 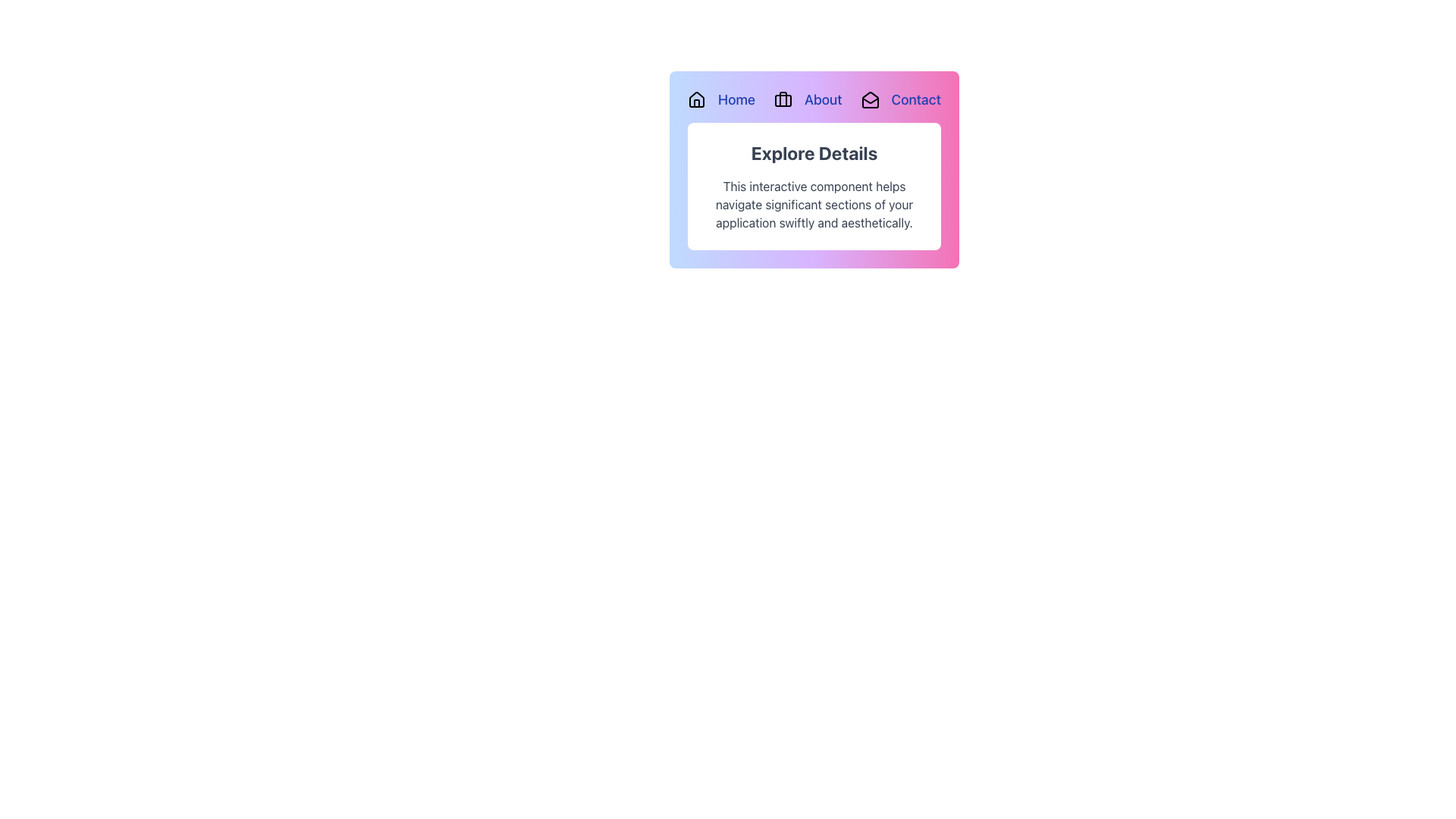 What do you see at coordinates (814, 99) in the screenshot?
I see `the 'About' link in the breadcrumb navigation bar, which is styled in blue links and includes an icon before the text label` at bounding box center [814, 99].